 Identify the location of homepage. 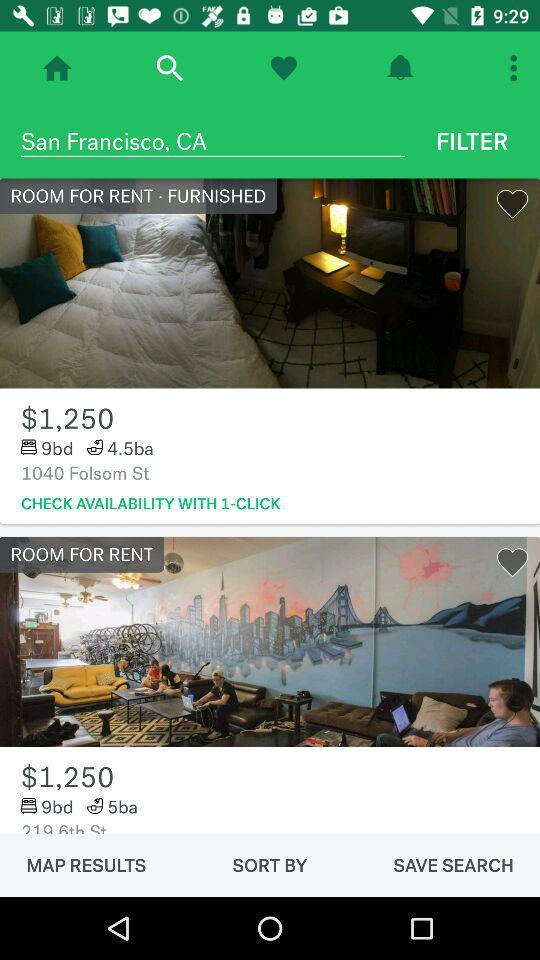
(57, 68).